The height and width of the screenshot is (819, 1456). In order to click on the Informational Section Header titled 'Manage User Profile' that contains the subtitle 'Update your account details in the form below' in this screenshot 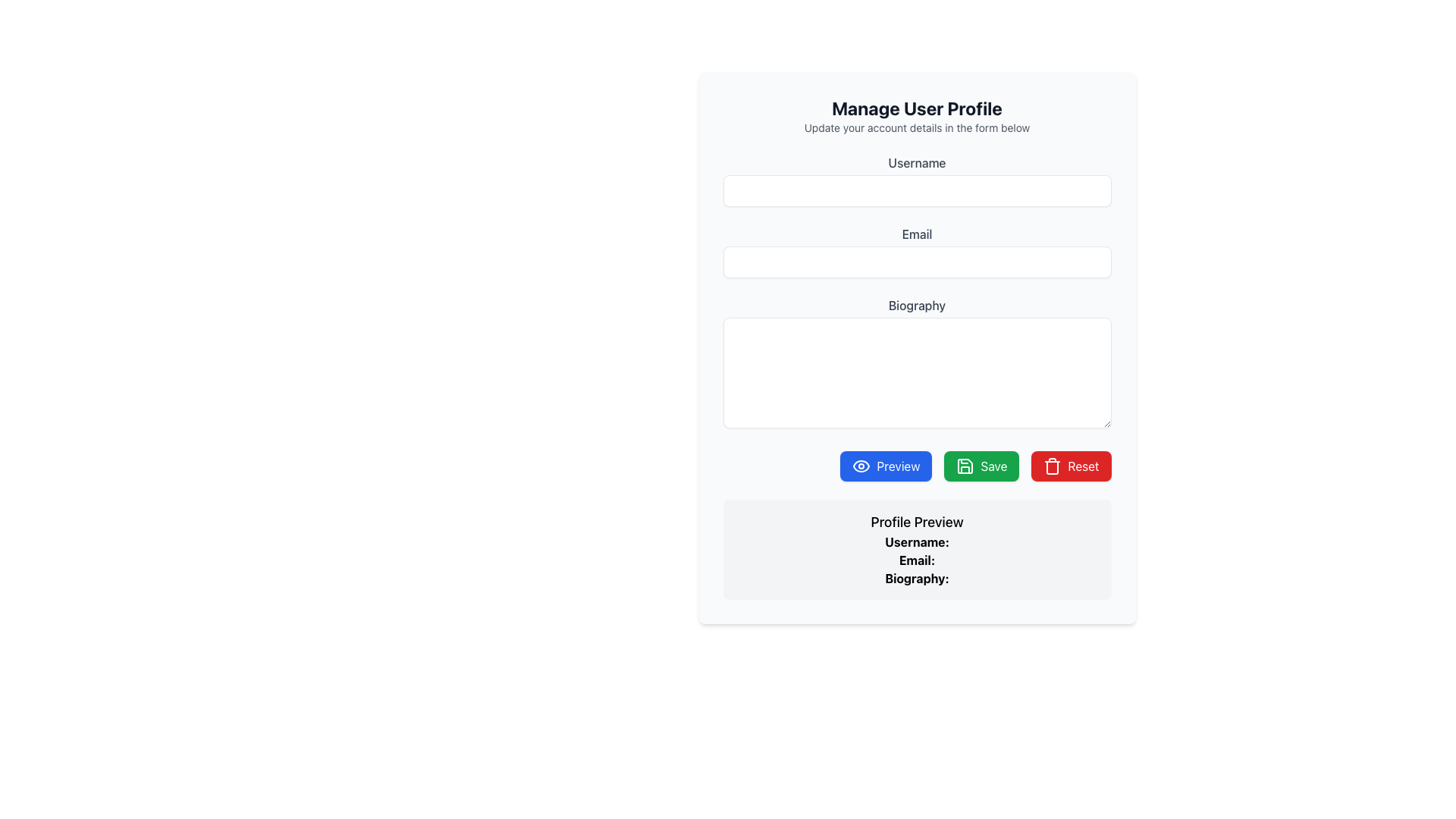, I will do `click(916, 115)`.